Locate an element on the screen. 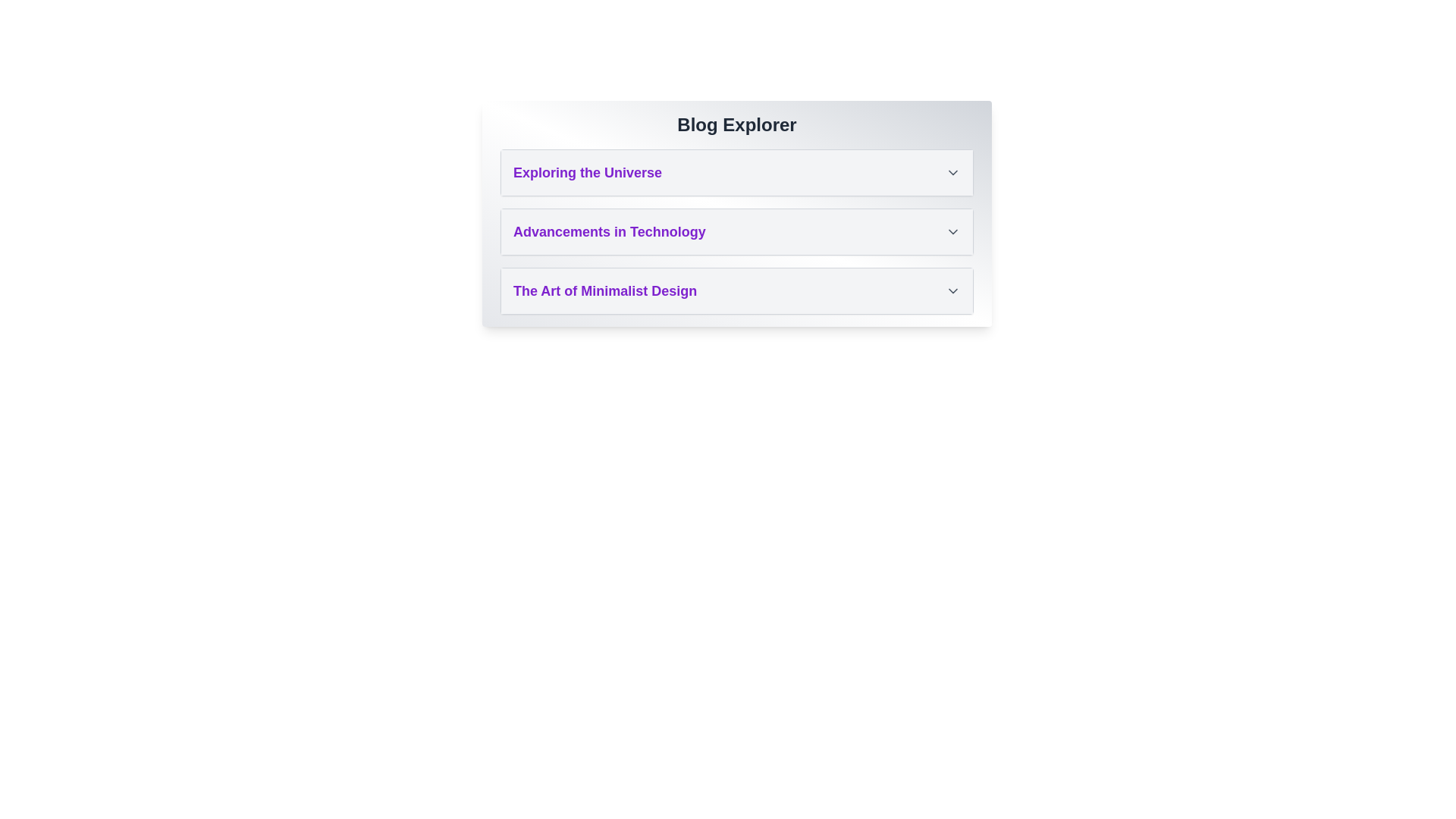 The image size is (1456, 819). text content of the bold purple label that says 'Advancements in Technology' located in the second section of the 'Blog Explorer' segmented list is located at coordinates (609, 231).